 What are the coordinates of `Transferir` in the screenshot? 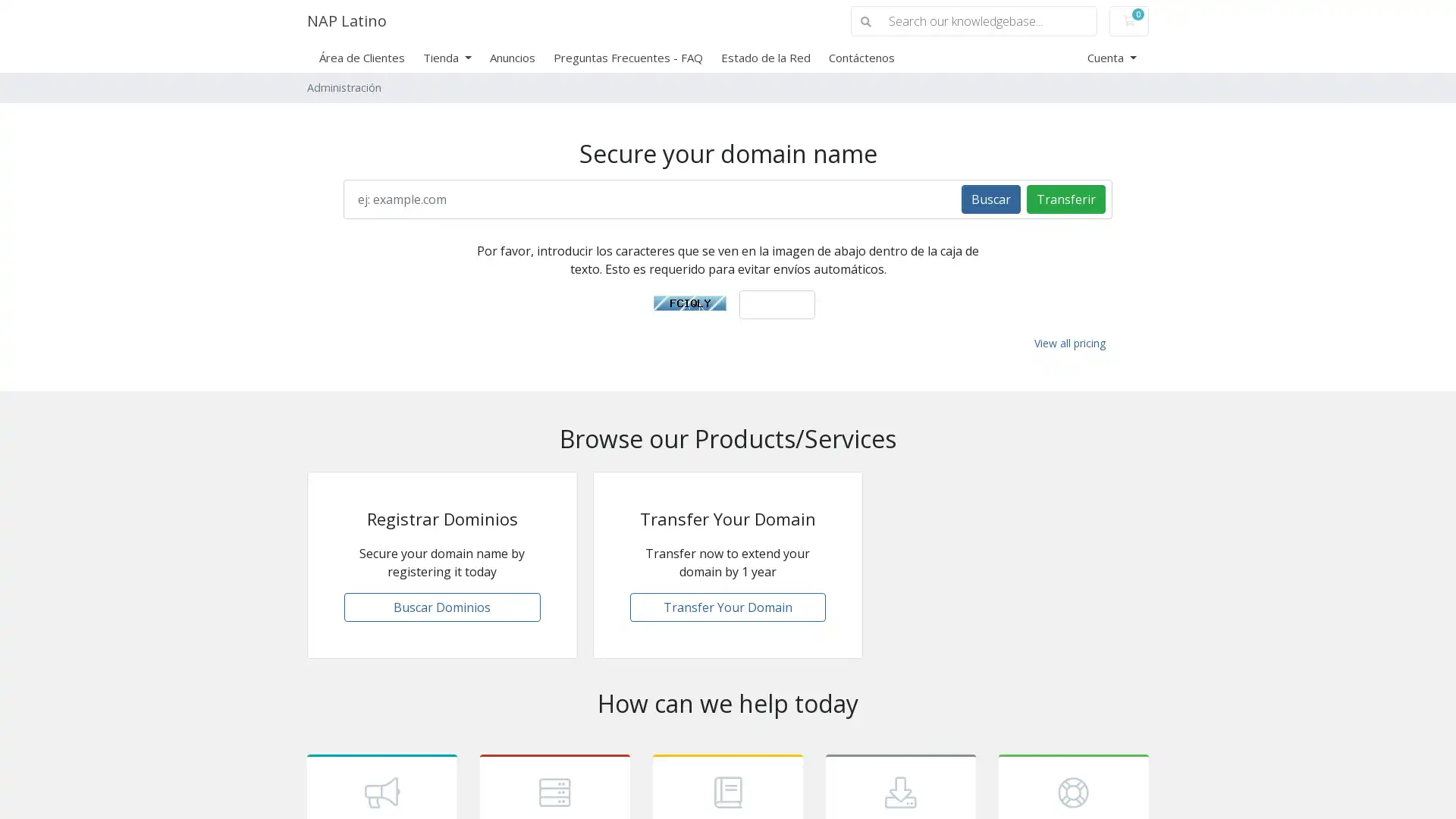 It's located at (1065, 198).